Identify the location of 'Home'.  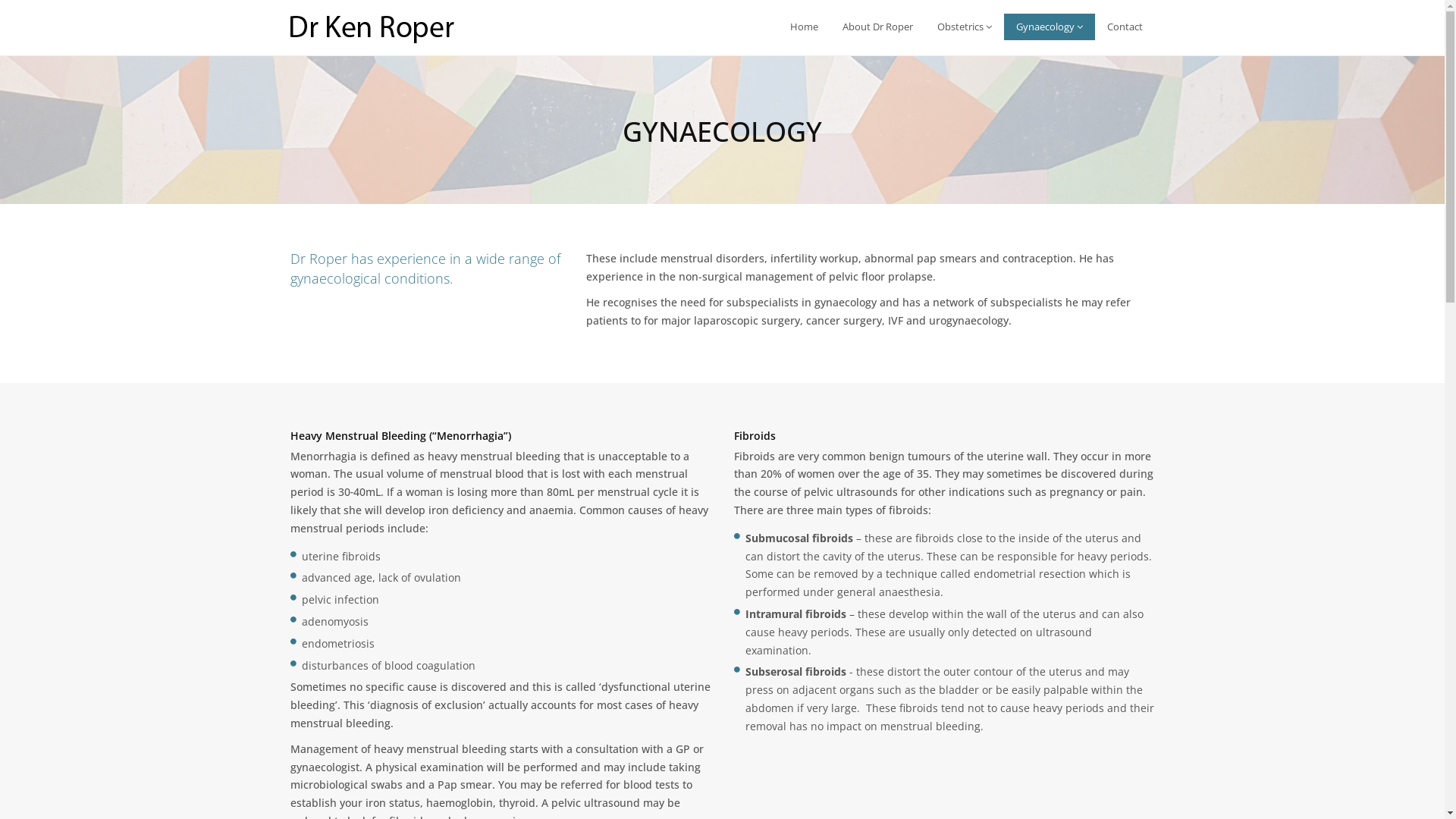
(778, 27).